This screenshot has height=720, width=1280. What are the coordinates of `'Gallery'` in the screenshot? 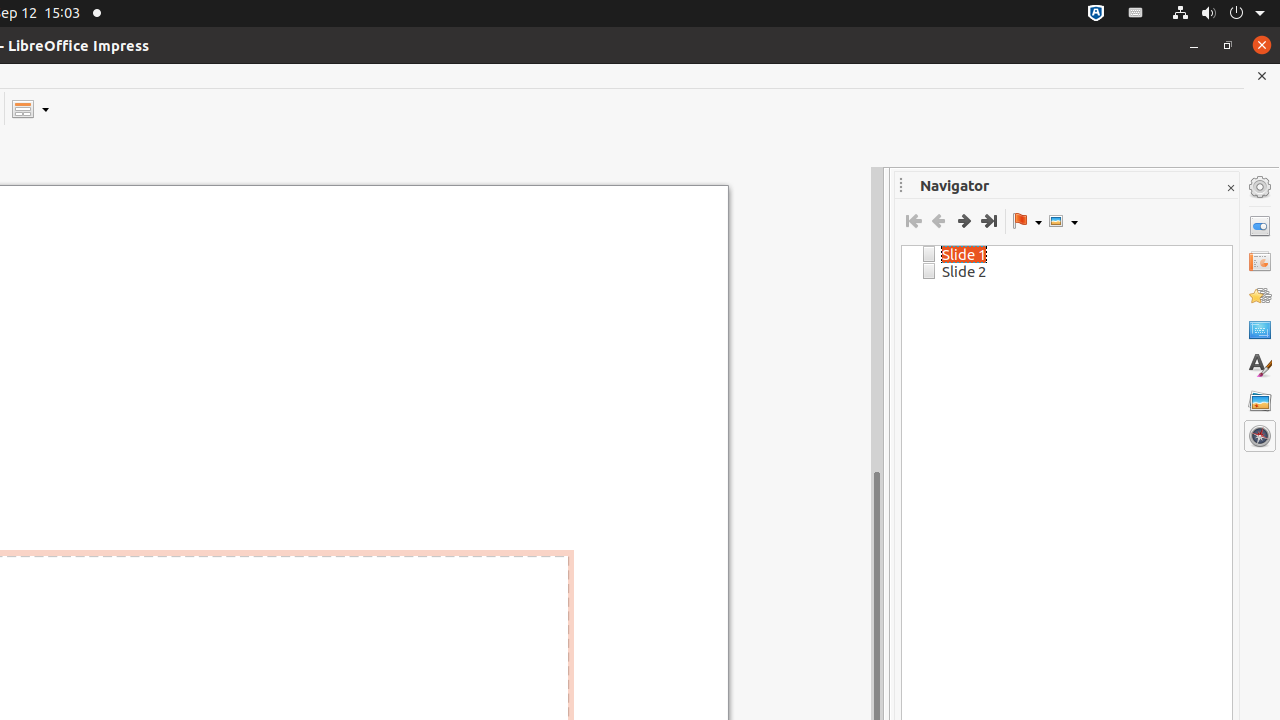 It's located at (1259, 400).